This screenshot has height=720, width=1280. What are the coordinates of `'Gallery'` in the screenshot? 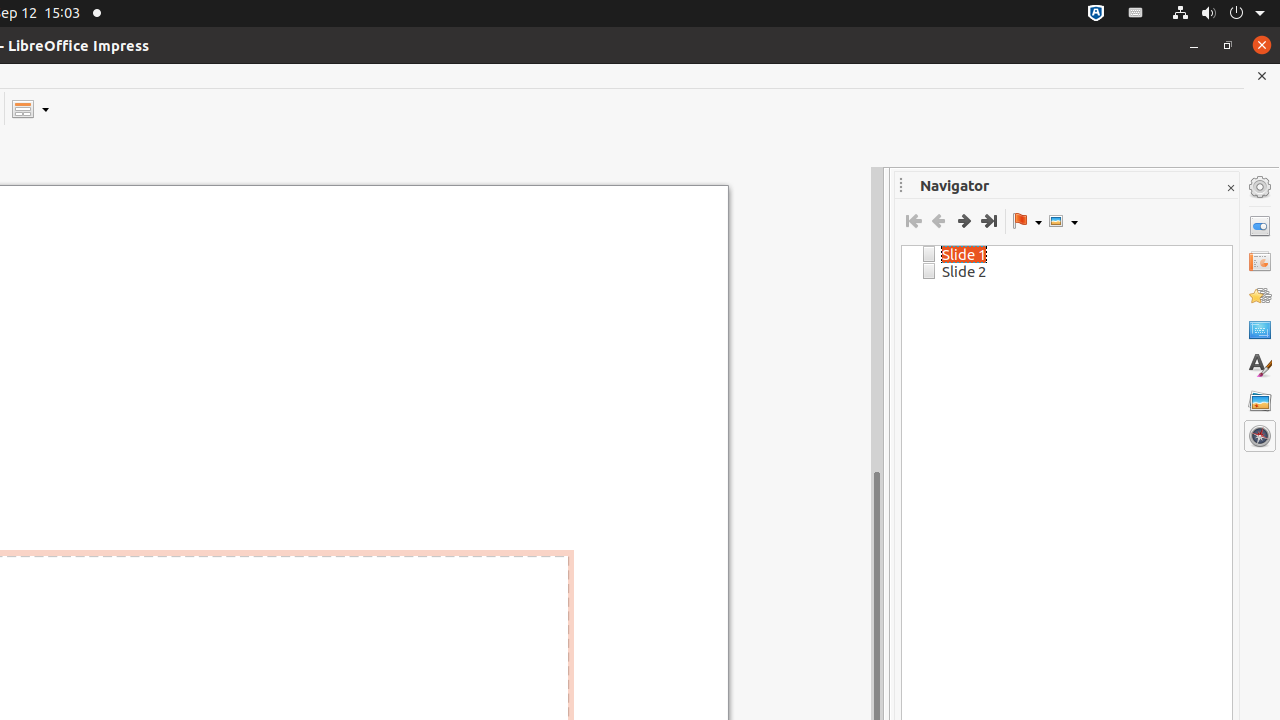 It's located at (1259, 400).